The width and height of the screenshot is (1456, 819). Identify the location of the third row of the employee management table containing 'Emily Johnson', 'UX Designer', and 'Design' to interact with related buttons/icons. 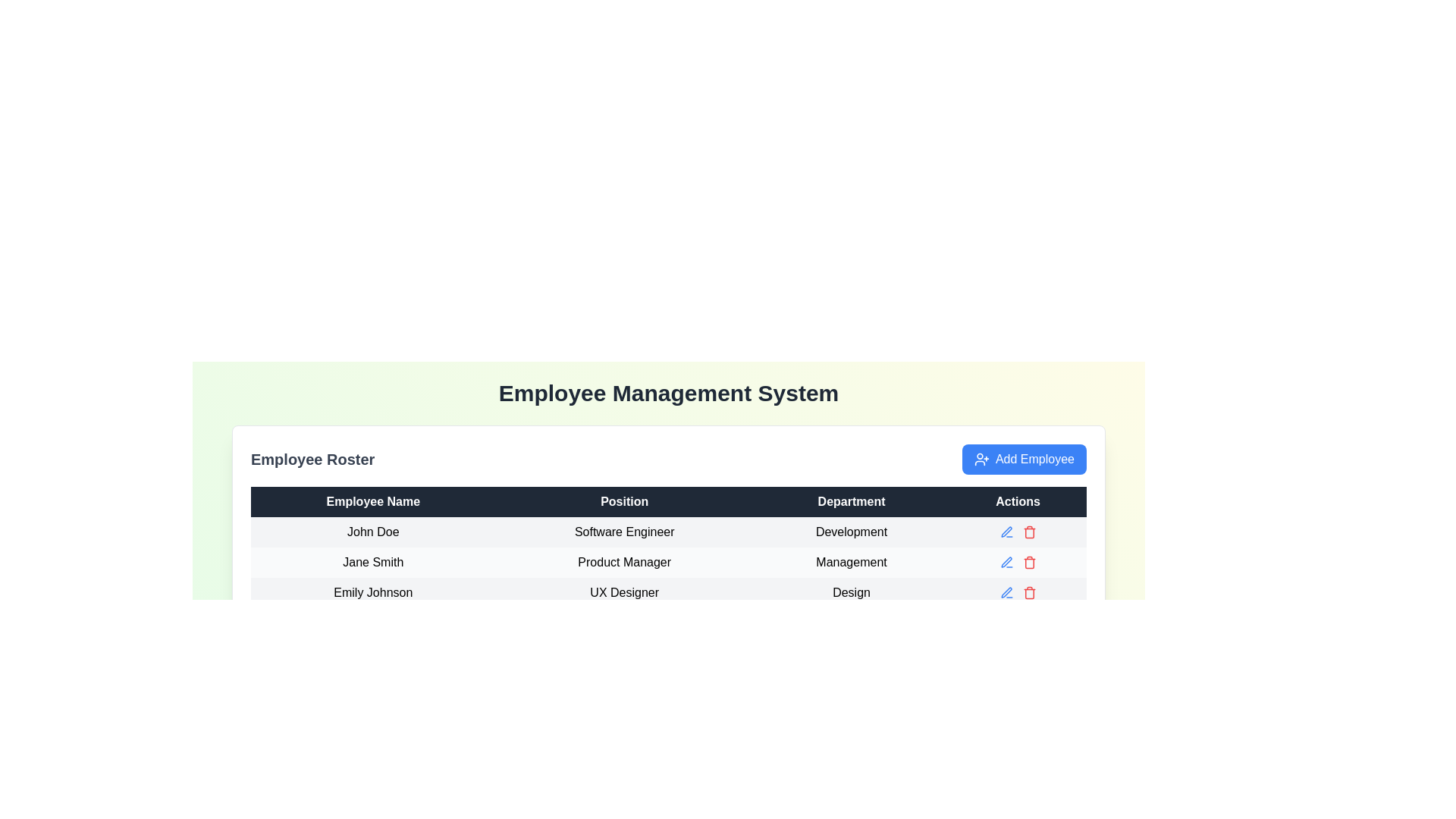
(668, 592).